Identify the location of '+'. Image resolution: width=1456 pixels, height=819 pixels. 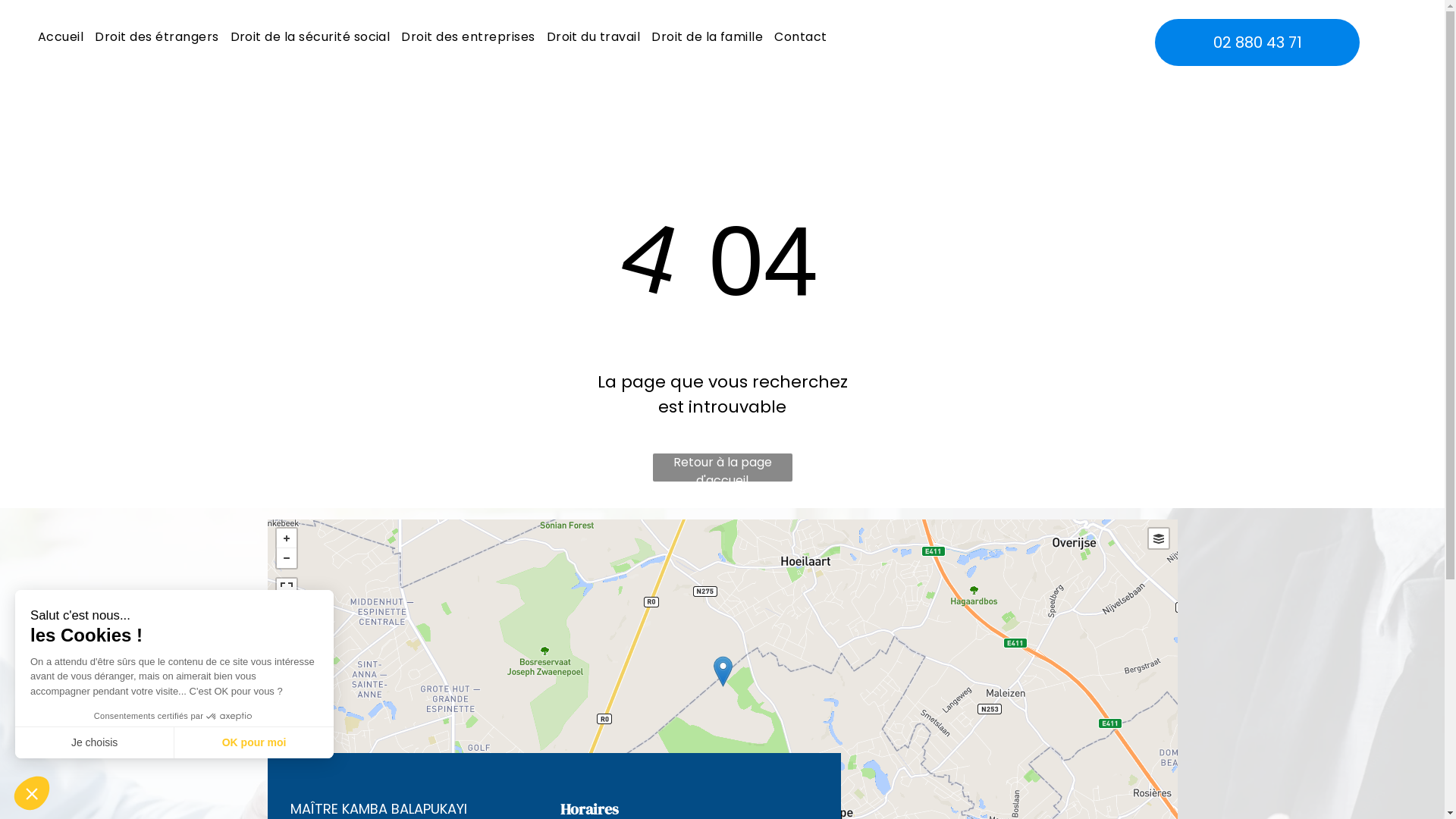
(286, 537).